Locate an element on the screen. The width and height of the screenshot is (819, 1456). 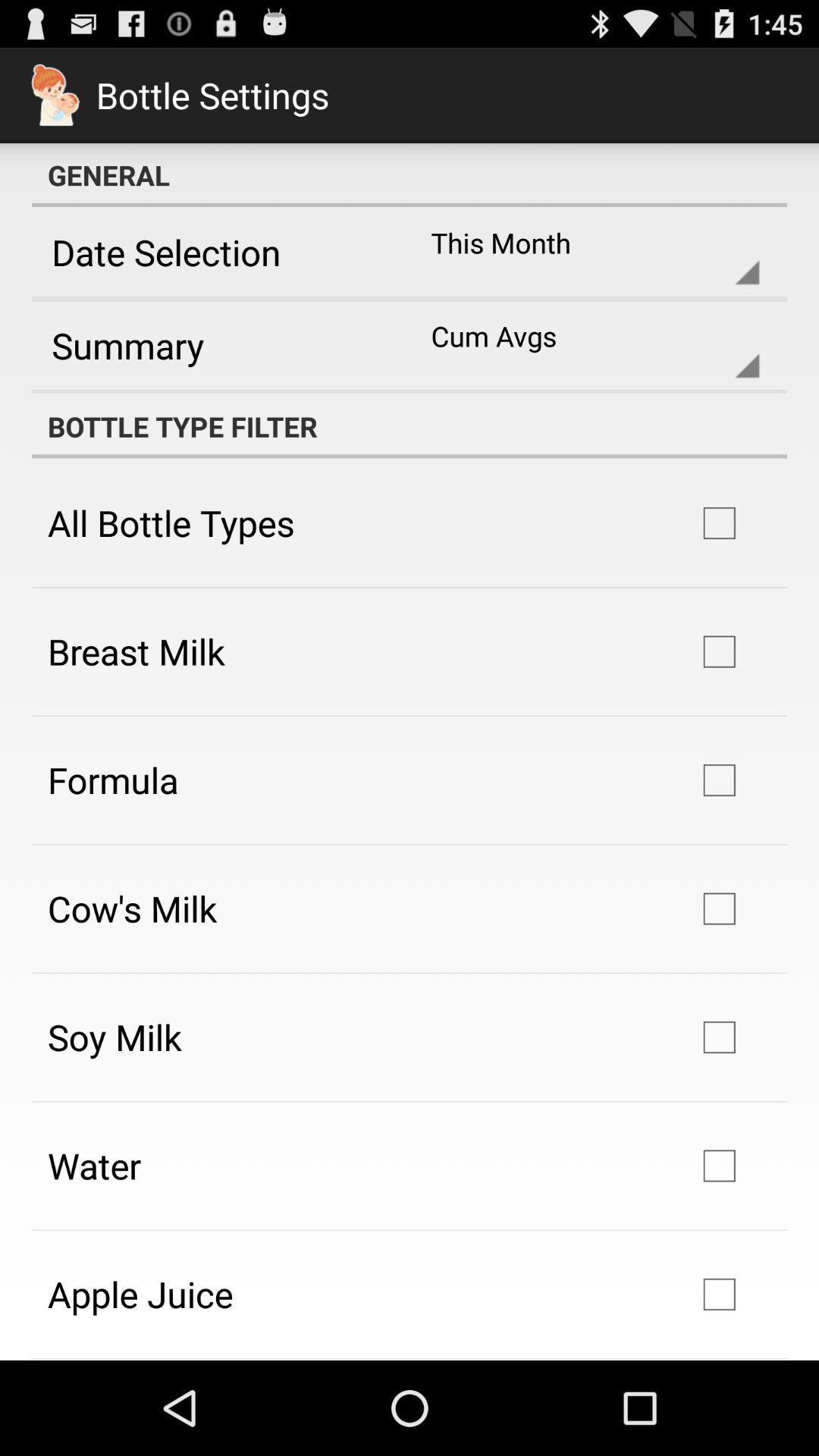
the apple juice is located at coordinates (140, 1293).